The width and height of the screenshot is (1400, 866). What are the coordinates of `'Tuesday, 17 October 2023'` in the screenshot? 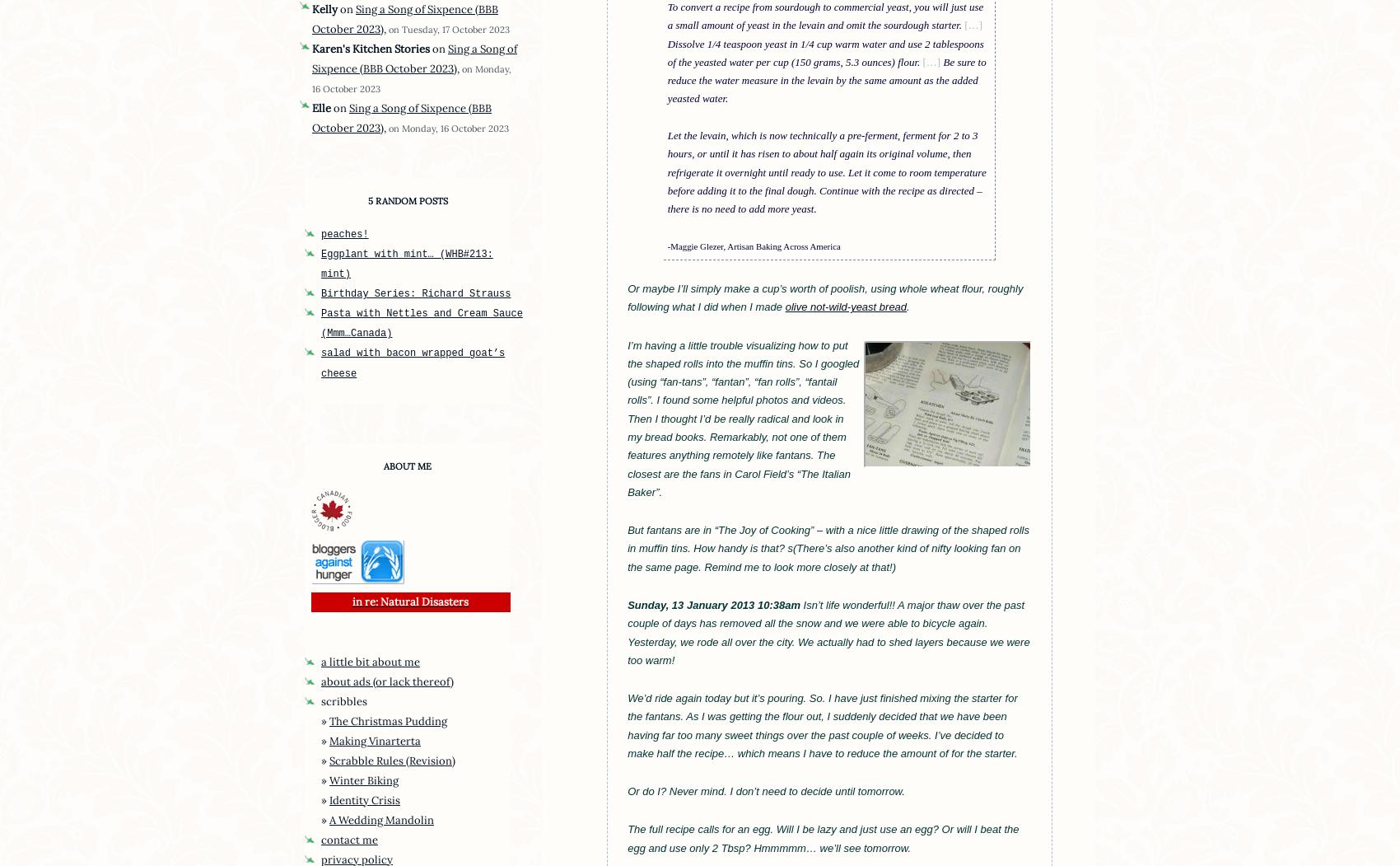 It's located at (402, 28).